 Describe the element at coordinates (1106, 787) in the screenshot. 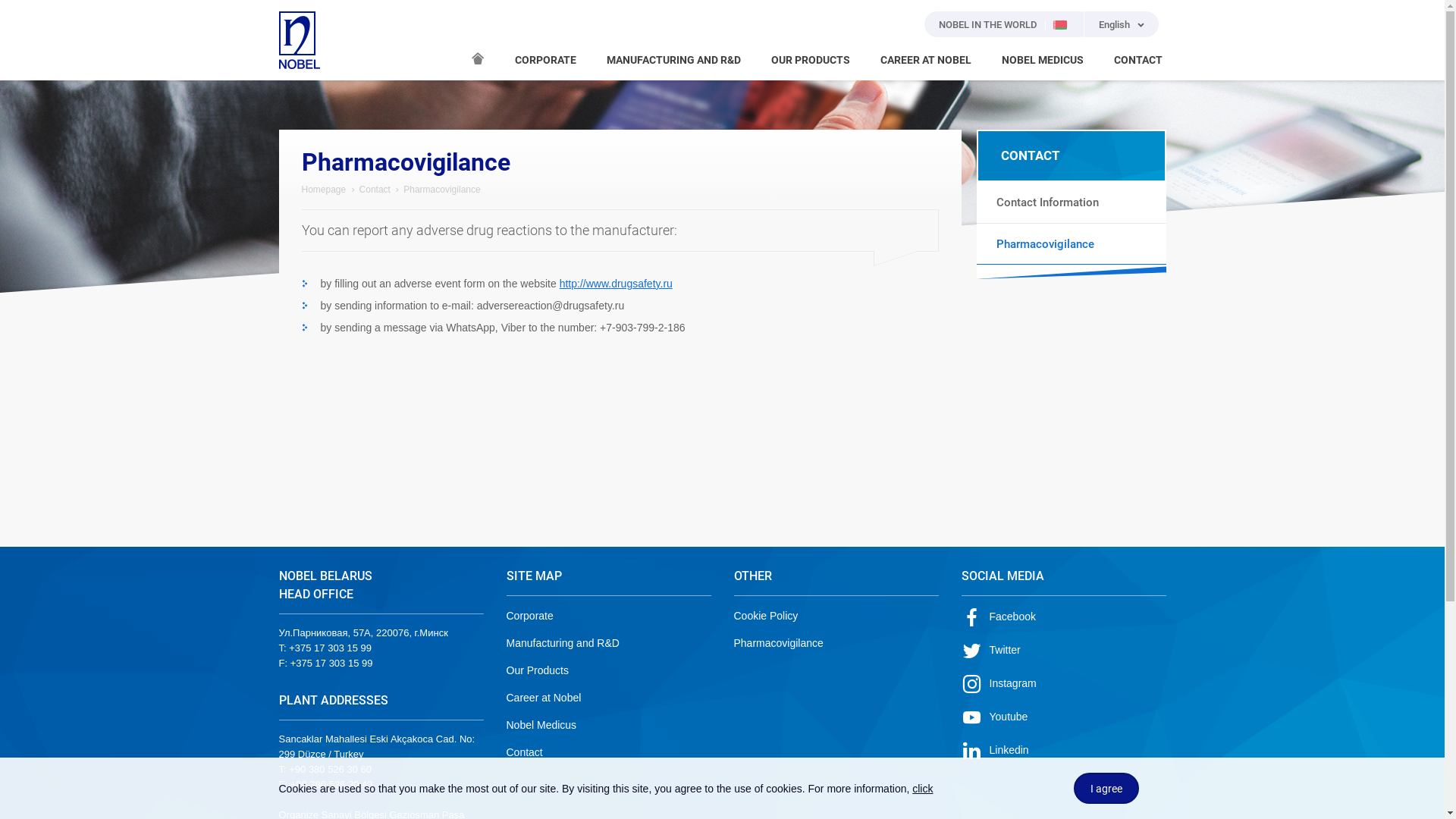

I see `'I agree'` at that location.